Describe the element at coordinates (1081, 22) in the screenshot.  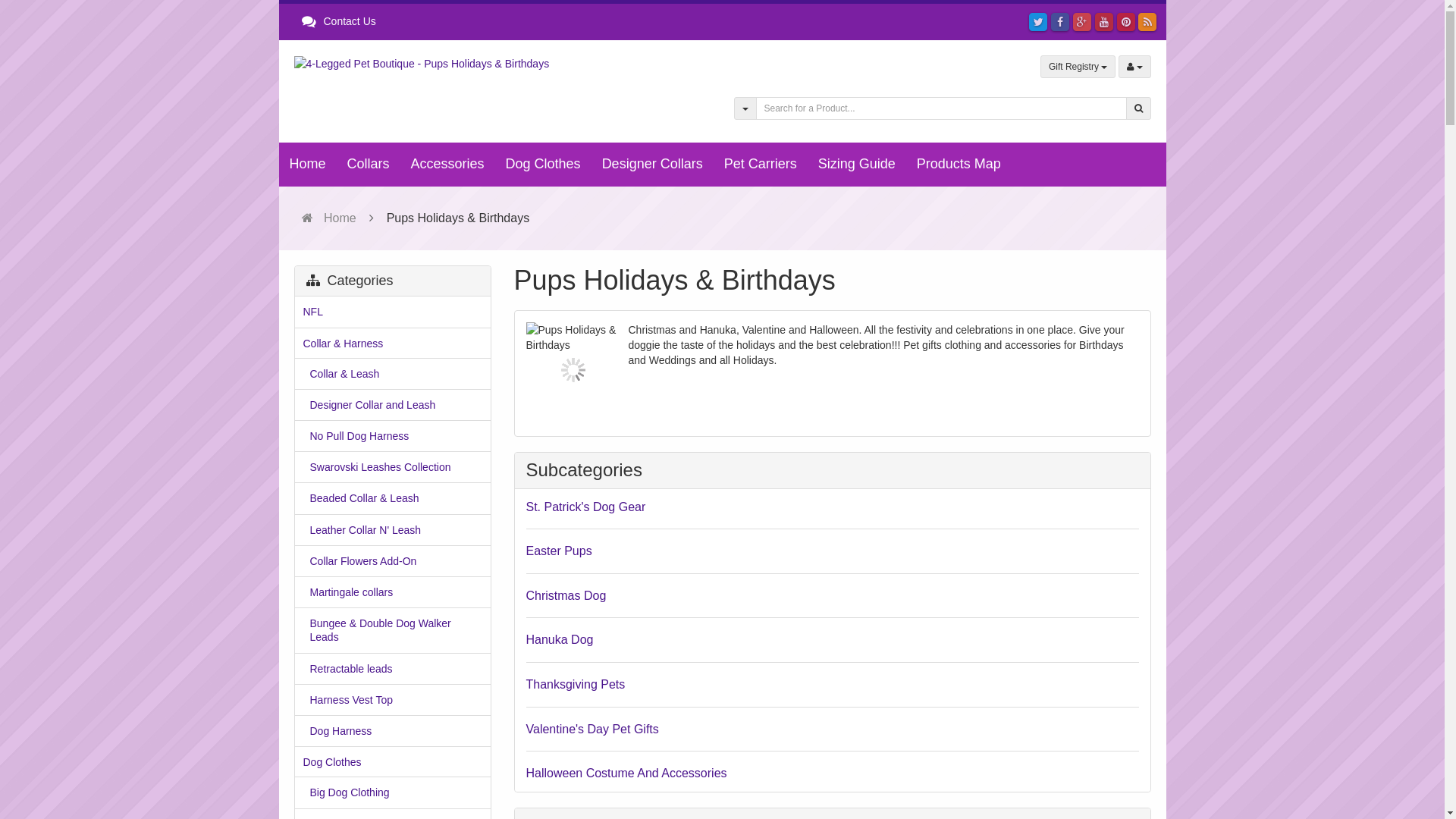
I see `'Google Plus'` at that location.